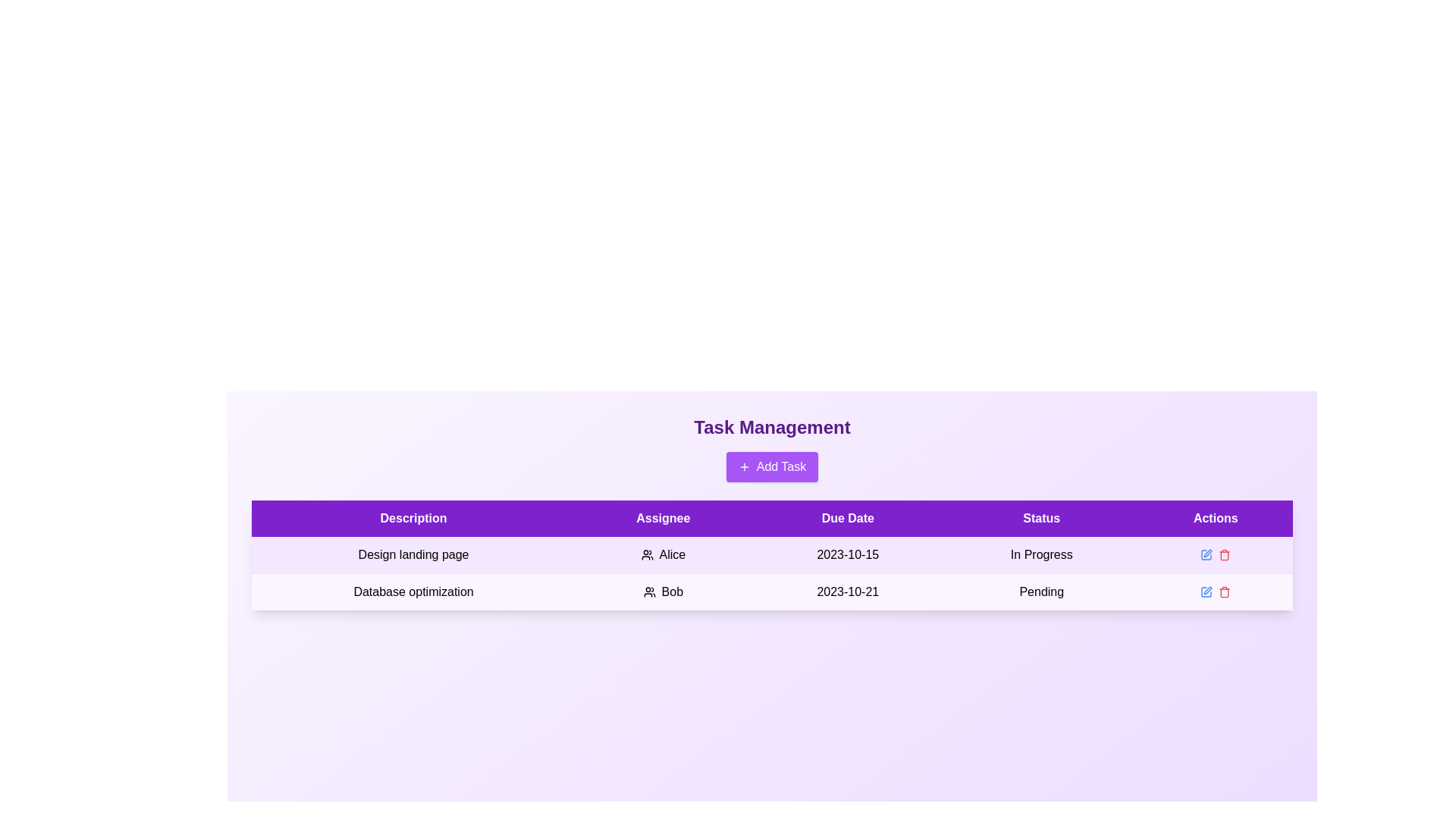 Image resolution: width=1456 pixels, height=819 pixels. I want to click on the Text label displaying the current task status 'In Progress' in the 'Status' column of the task table for 'Design landing page', so click(1040, 555).